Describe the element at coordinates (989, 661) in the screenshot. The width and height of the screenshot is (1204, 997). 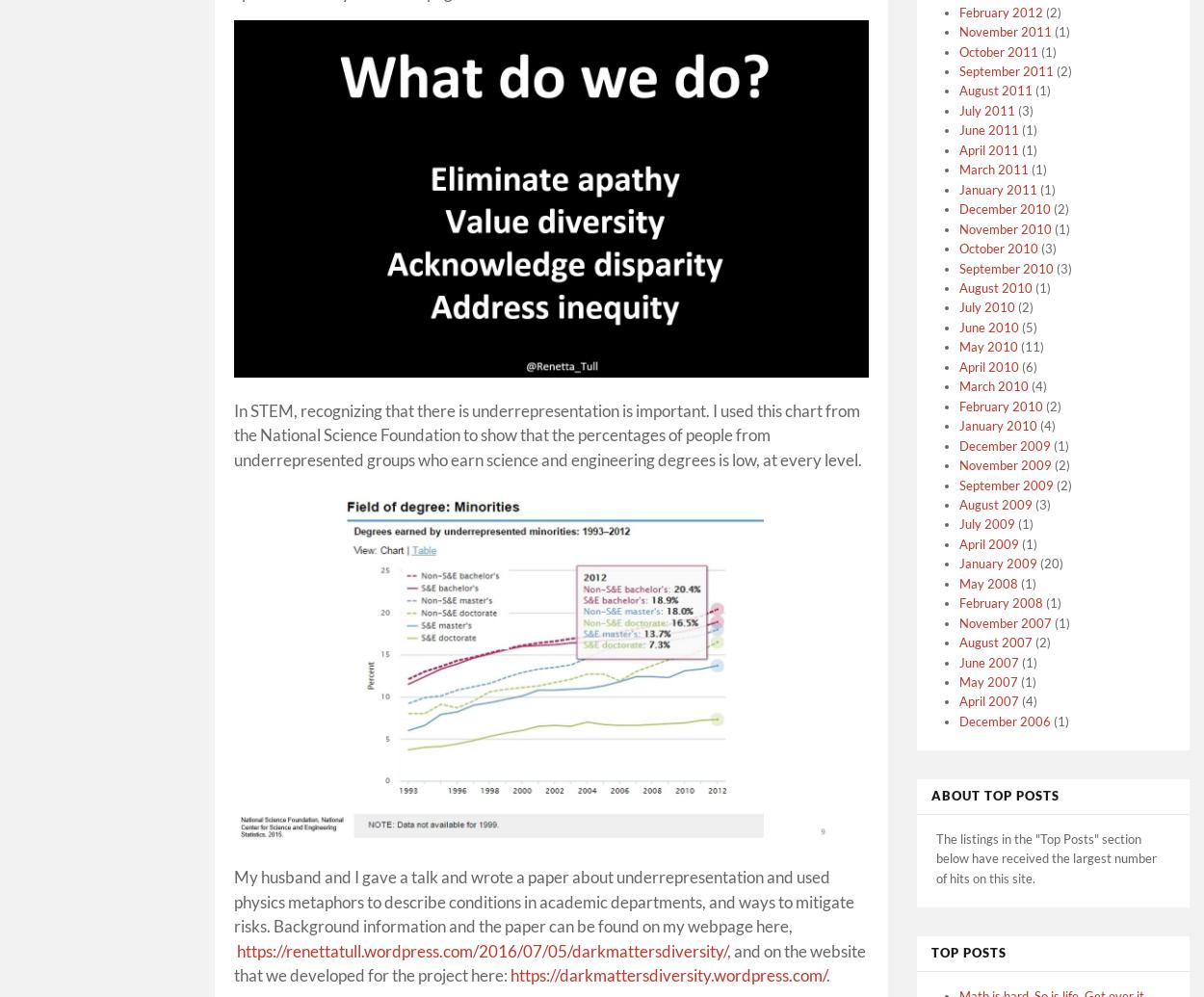
I see `'June 2007'` at that location.